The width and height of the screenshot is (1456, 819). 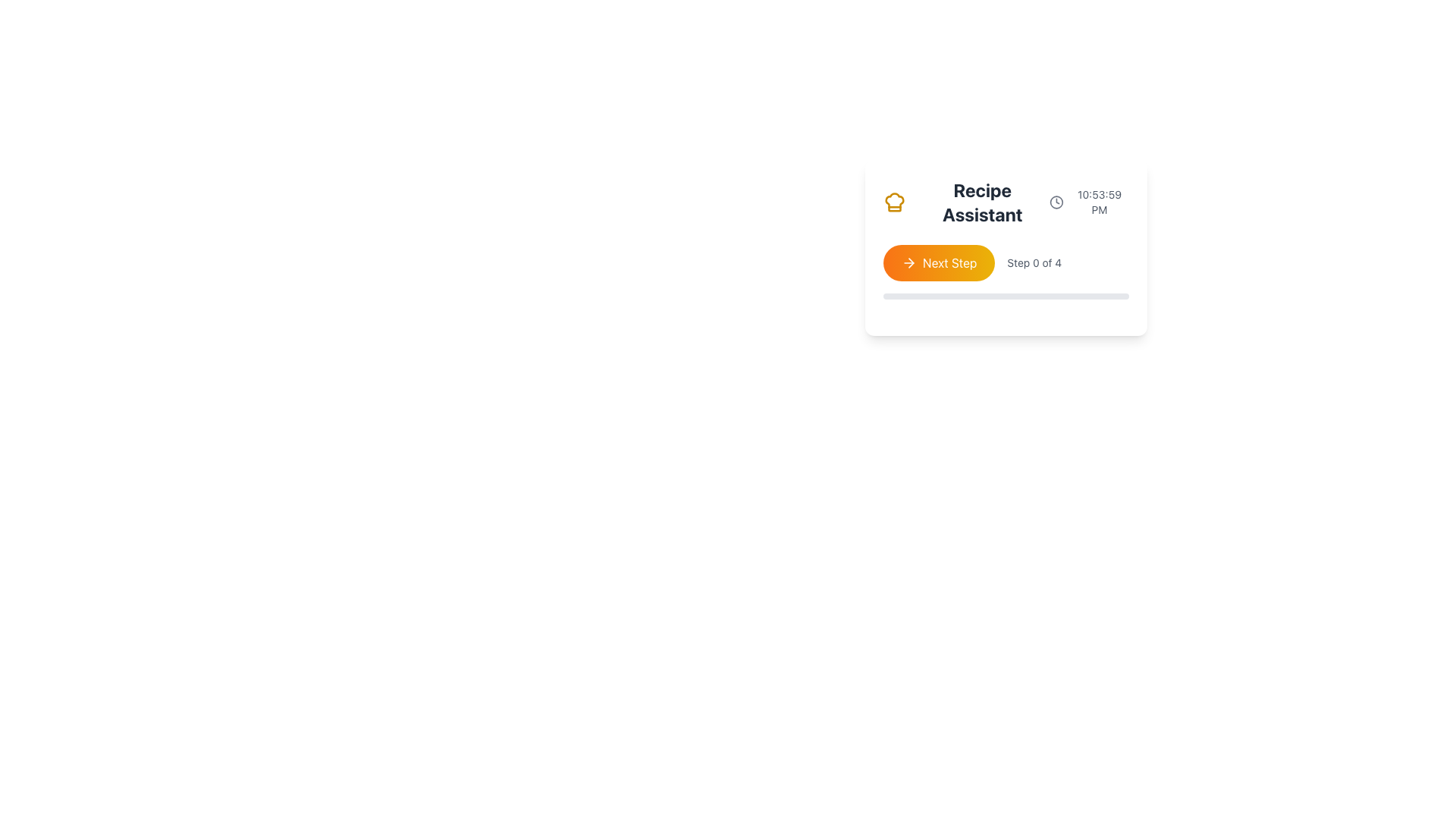 What do you see at coordinates (909, 262) in the screenshot?
I see `the forward navigation arrow icon located to the left of the 'Next Step' button within the 'Recipe Assistant' card` at bounding box center [909, 262].